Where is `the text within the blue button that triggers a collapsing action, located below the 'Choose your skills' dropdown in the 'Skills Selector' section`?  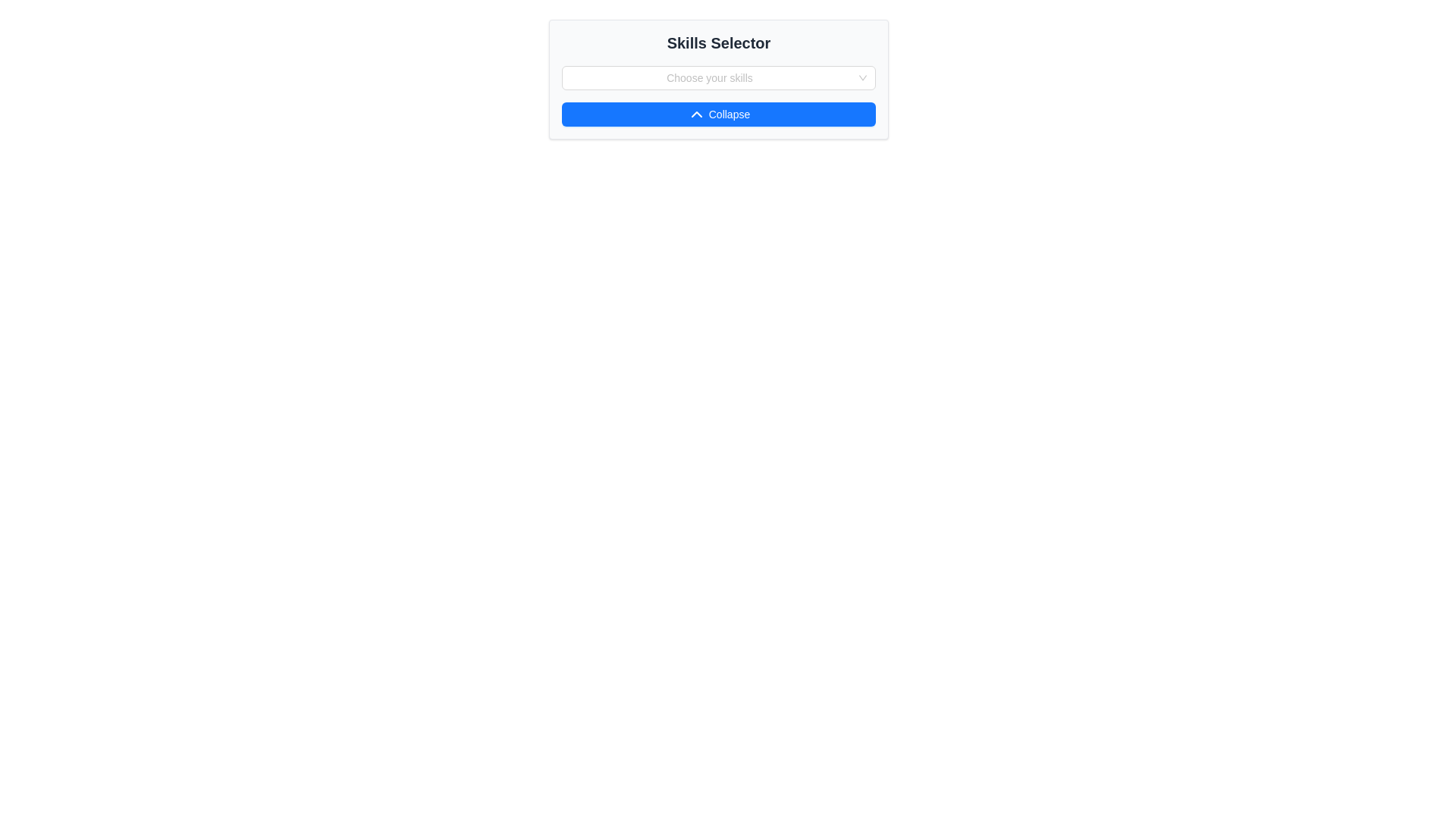
the text within the blue button that triggers a collapsing action, located below the 'Choose your skills' dropdown in the 'Skills Selector' section is located at coordinates (729, 113).